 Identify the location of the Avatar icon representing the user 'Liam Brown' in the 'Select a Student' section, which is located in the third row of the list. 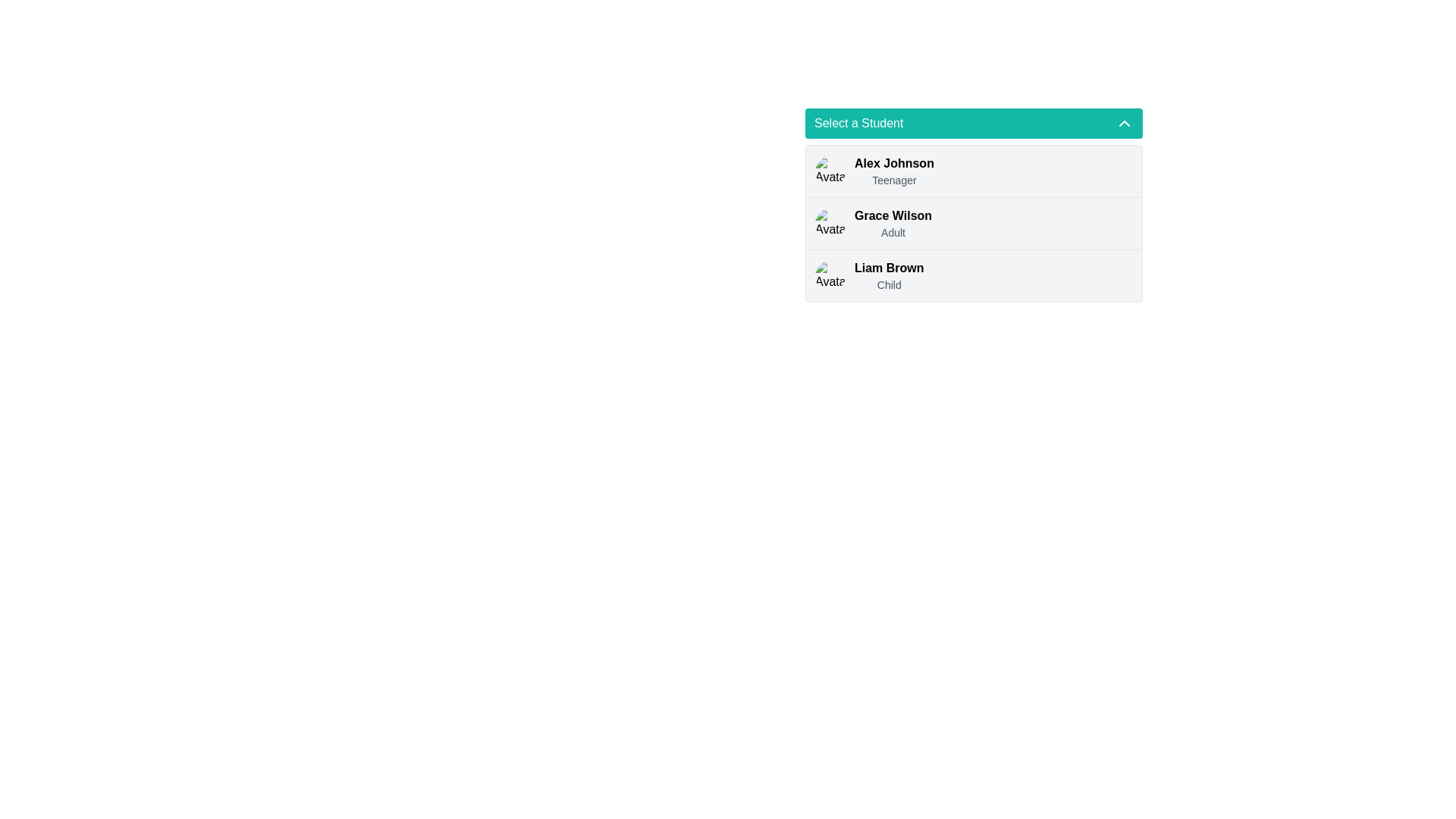
(829, 275).